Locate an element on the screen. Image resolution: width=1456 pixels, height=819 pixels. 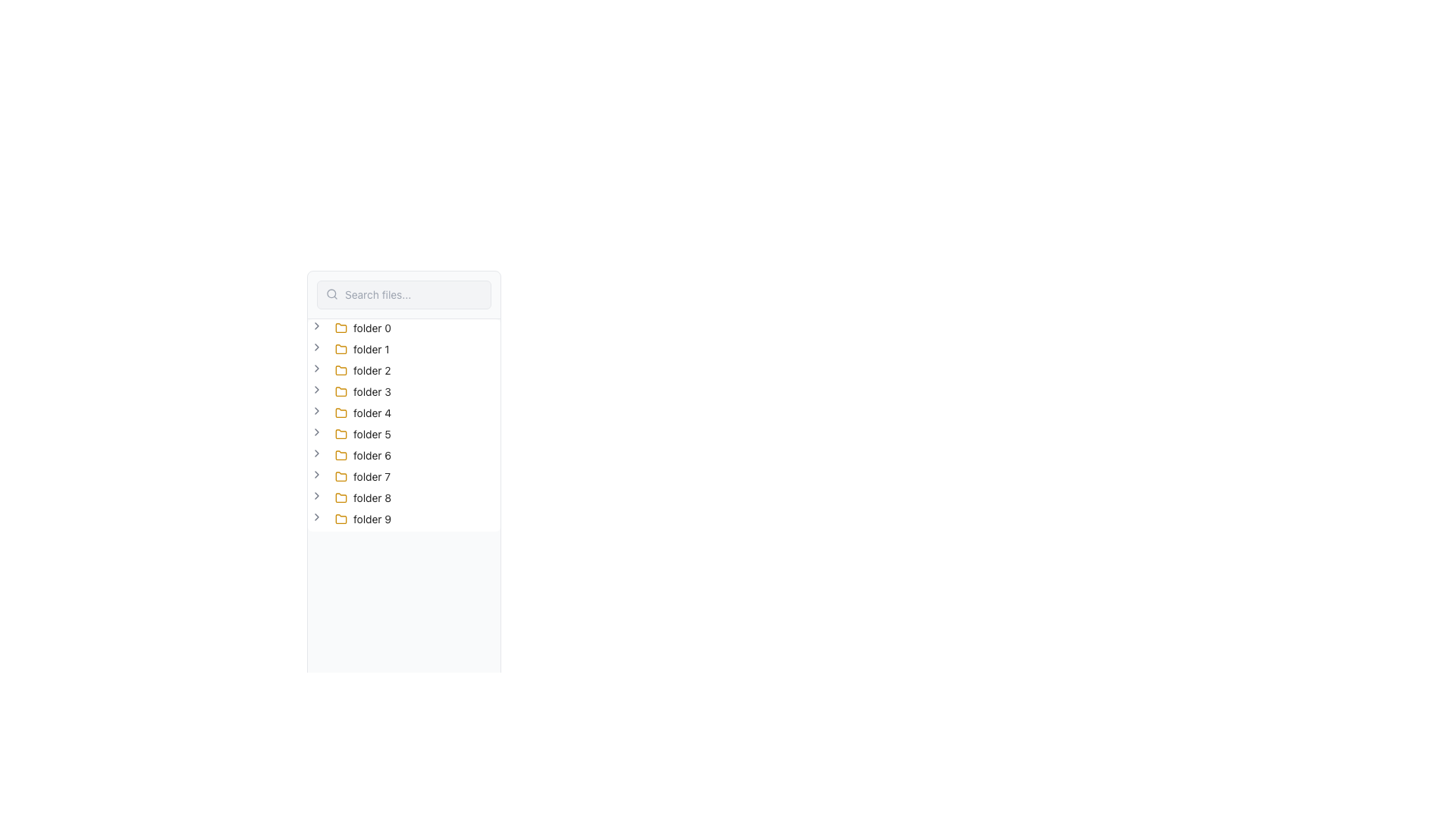
the graphical icon representing 'folder 2' is located at coordinates (340, 370).